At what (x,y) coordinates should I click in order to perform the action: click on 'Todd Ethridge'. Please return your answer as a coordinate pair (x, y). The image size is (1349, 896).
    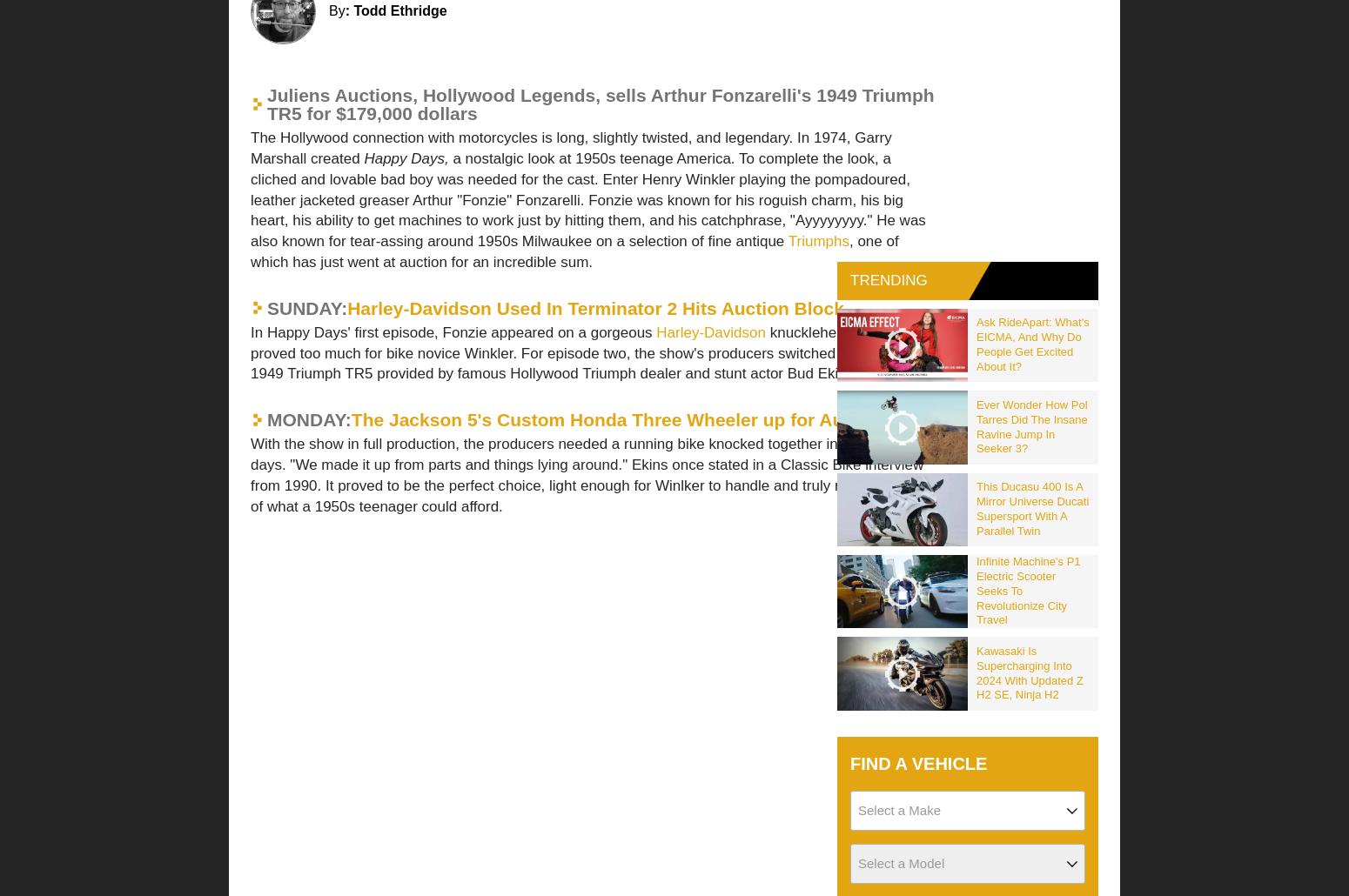
    Looking at the image, I should click on (399, 10).